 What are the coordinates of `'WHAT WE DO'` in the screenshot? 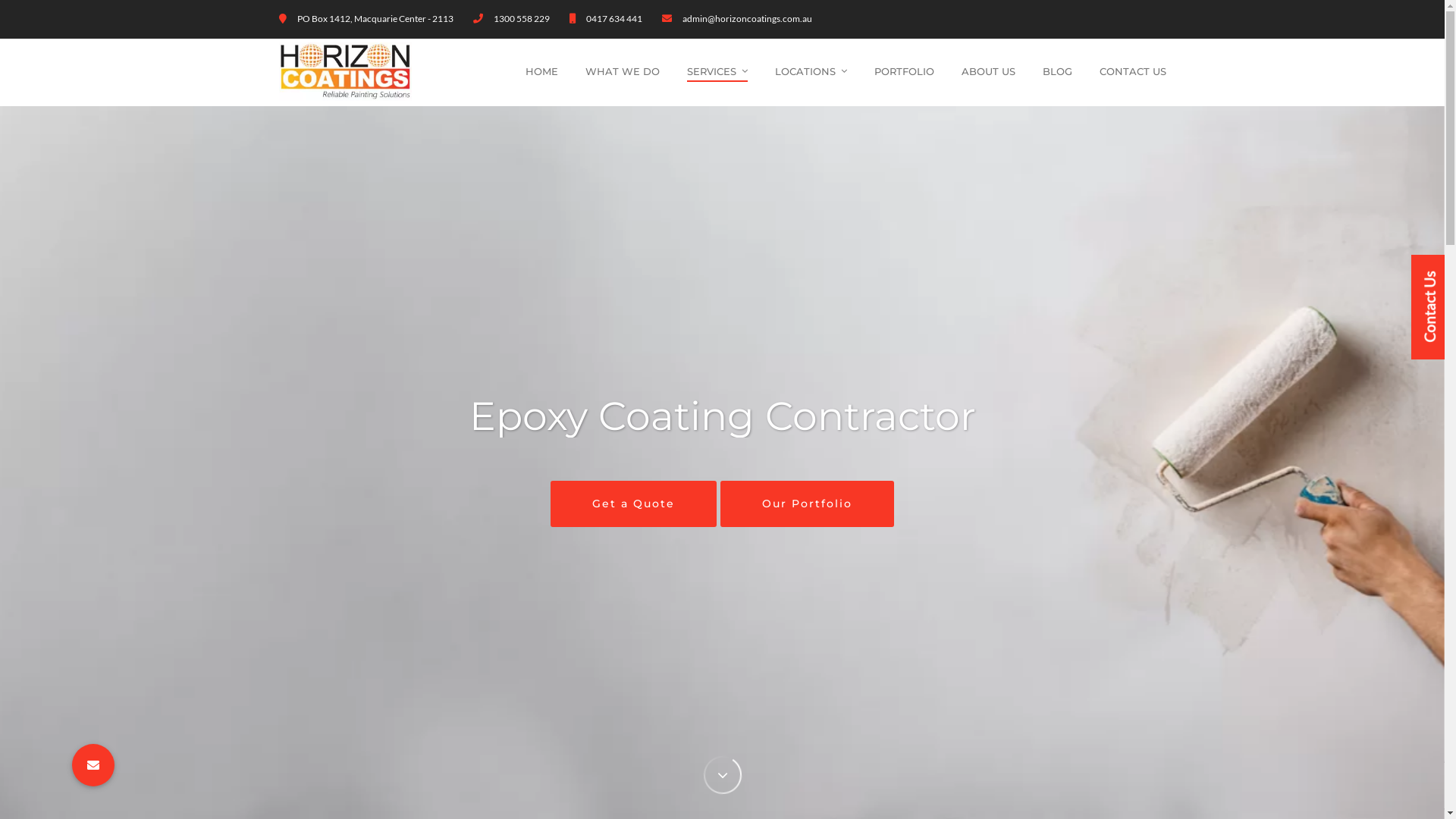 It's located at (622, 71).